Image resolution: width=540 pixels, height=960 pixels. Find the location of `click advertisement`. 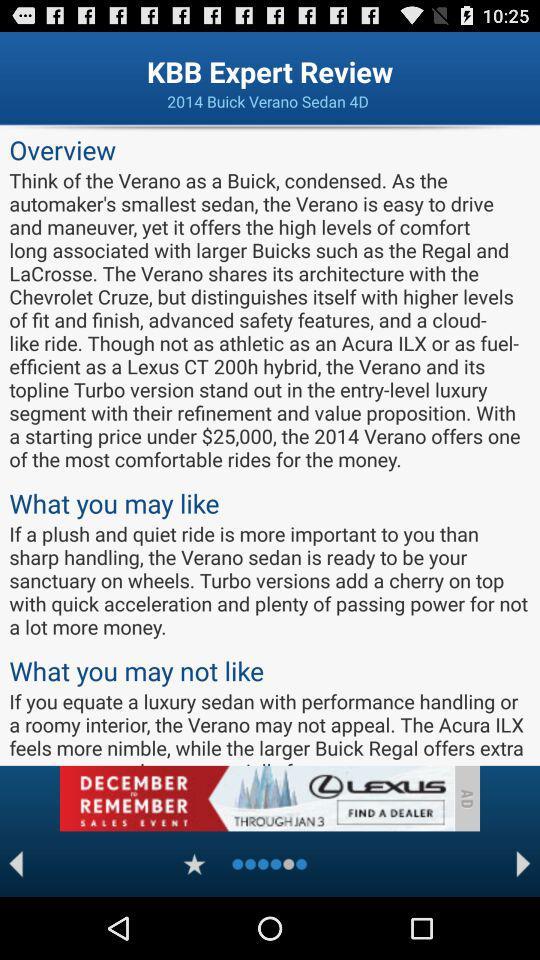

click advertisement is located at coordinates (256, 798).